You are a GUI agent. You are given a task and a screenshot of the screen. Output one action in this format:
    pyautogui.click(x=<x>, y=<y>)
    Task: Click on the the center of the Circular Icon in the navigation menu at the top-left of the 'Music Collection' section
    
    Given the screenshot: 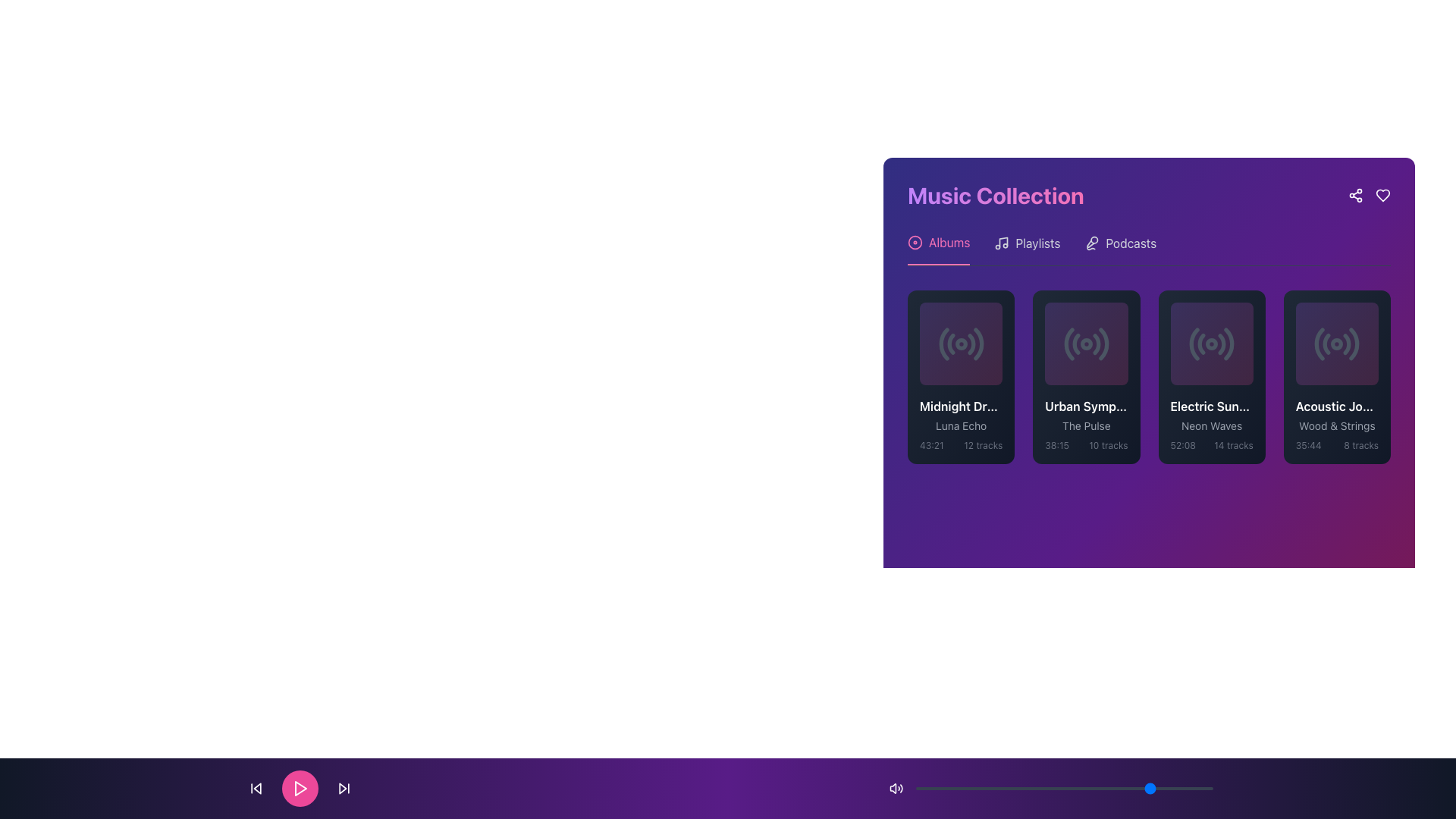 What is the action you would take?
    pyautogui.click(x=914, y=242)
    